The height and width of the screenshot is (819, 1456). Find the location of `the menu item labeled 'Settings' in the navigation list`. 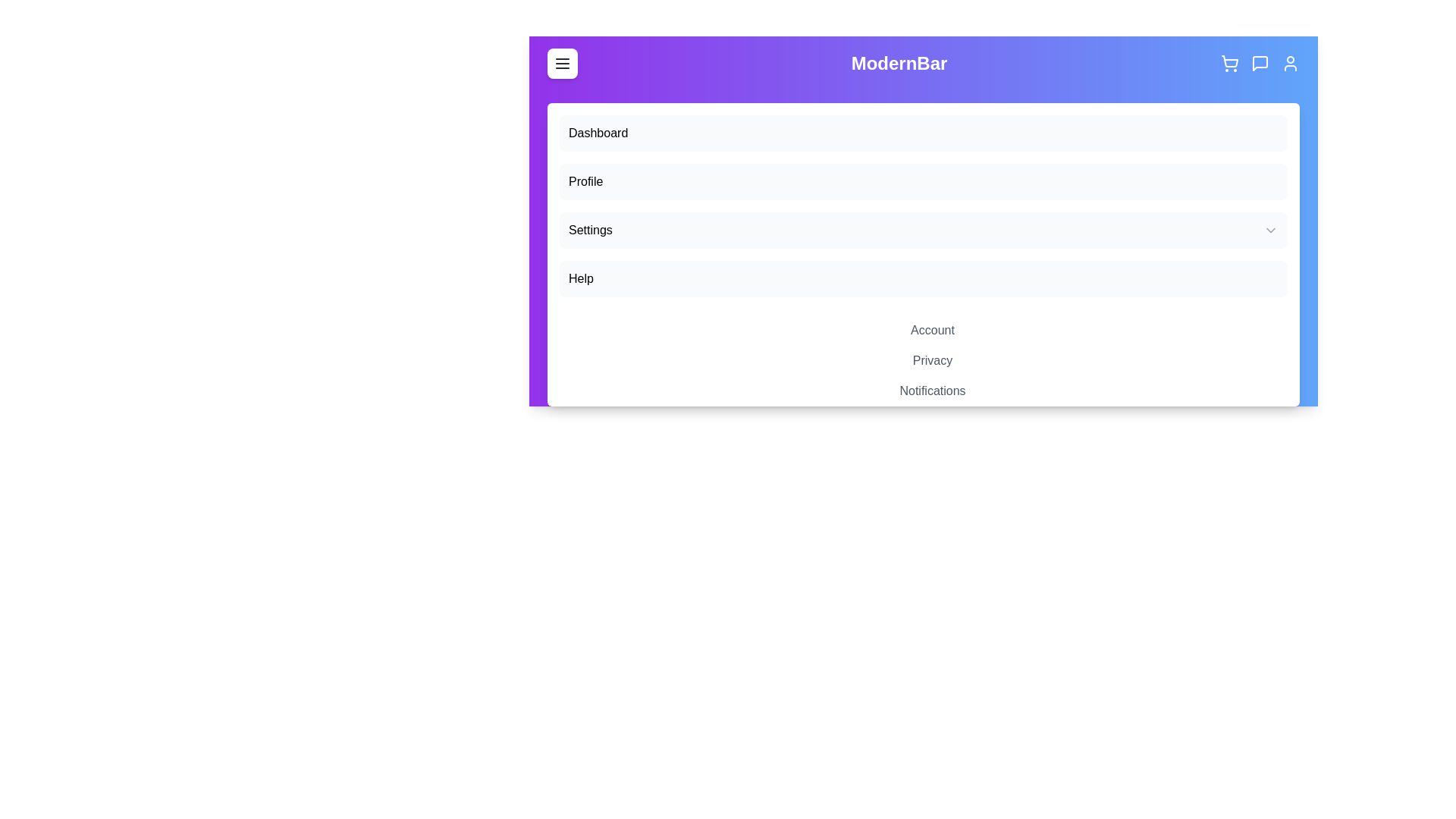

the menu item labeled 'Settings' in the navigation list is located at coordinates (923, 231).